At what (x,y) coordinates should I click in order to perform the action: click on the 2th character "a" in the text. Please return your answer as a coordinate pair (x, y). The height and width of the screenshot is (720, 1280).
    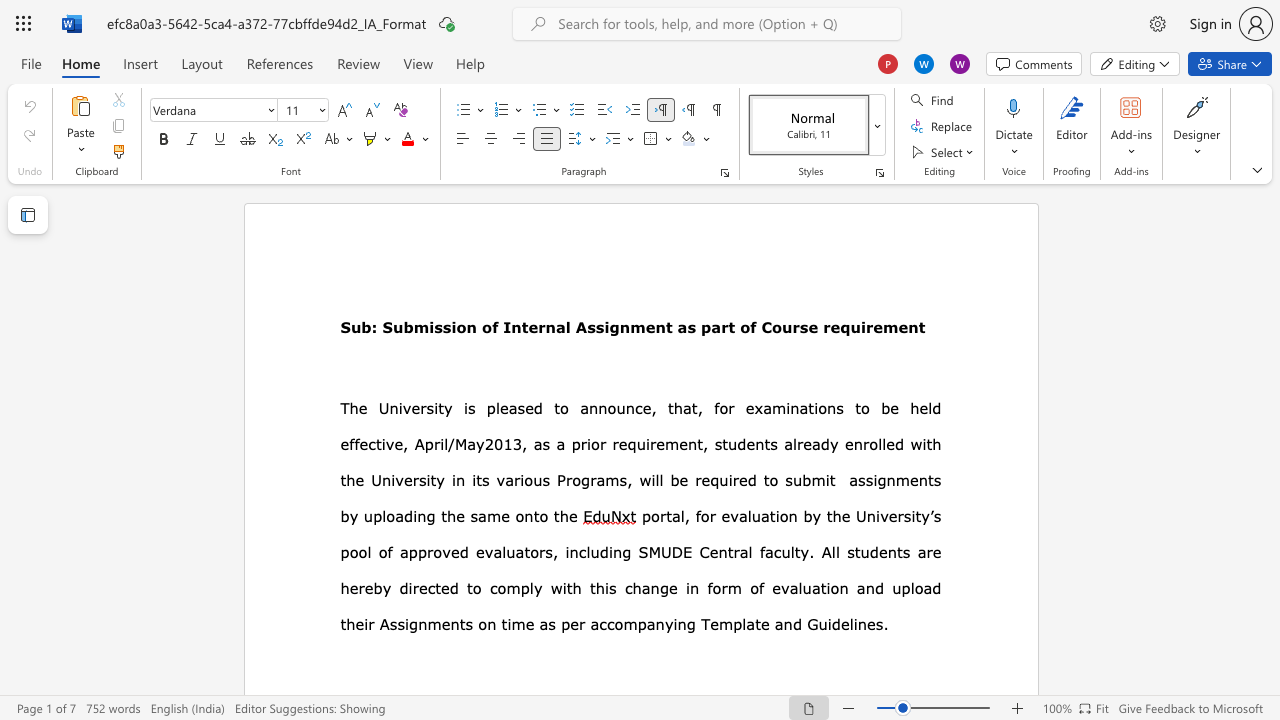
    Looking at the image, I should click on (778, 623).